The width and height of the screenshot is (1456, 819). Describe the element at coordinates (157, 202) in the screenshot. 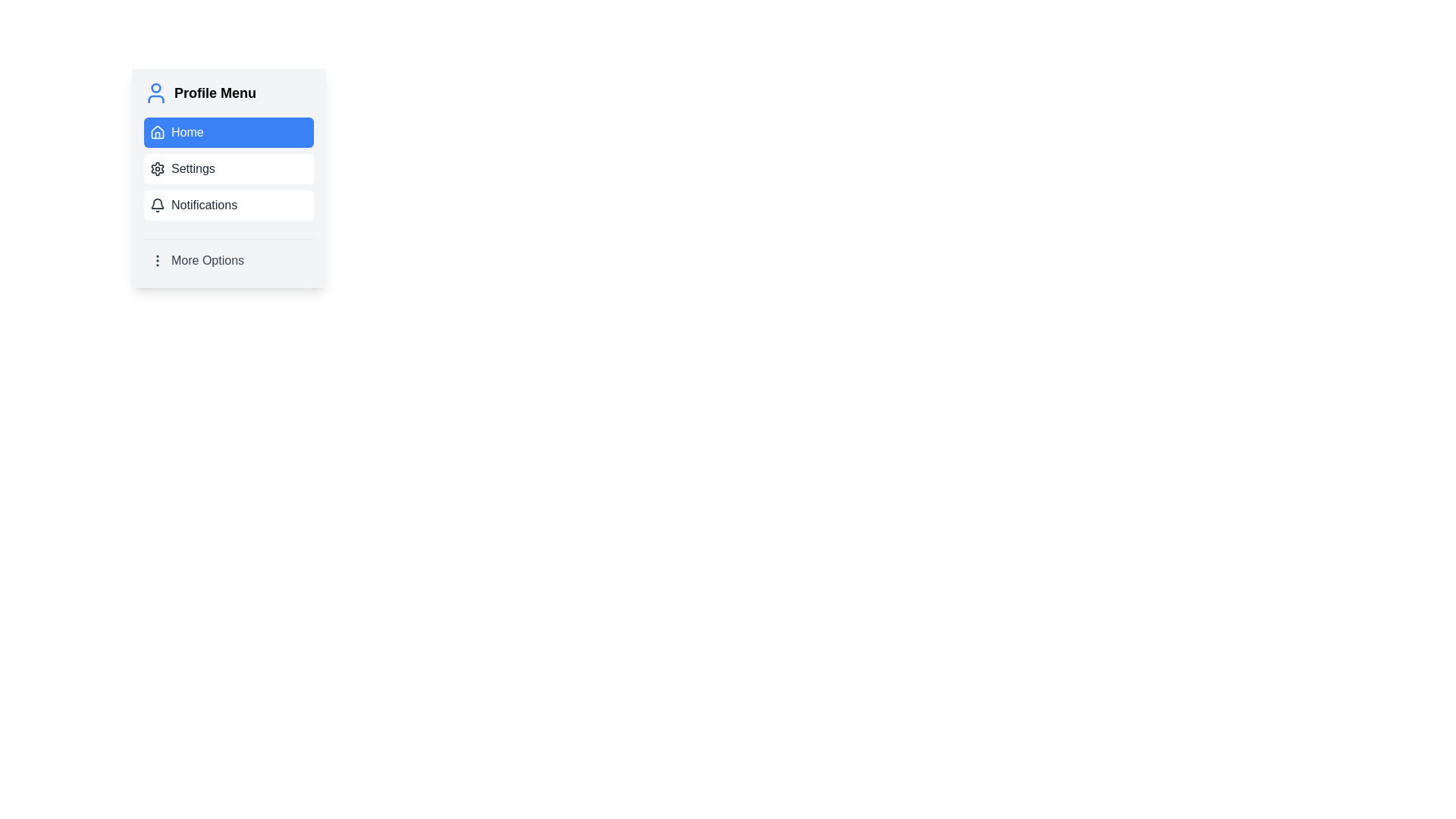

I see `the bell-shaped notification icon located to the left of the 'Notifications' text in the profile menu` at that location.